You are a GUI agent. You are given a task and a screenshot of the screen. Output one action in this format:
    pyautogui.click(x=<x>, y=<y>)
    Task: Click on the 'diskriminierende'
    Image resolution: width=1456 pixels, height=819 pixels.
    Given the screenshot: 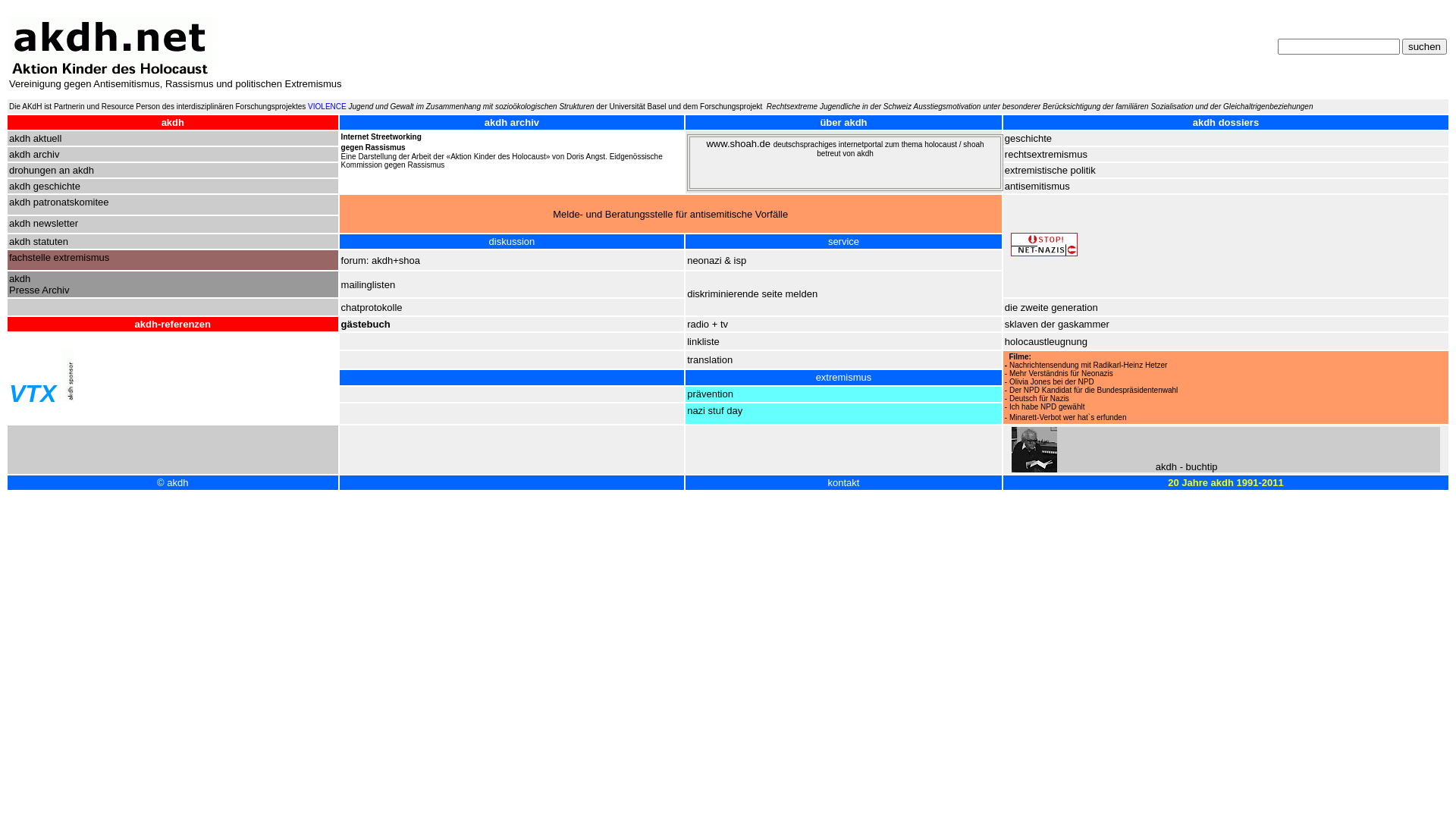 What is the action you would take?
    pyautogui.click(x=723, y=293)
    